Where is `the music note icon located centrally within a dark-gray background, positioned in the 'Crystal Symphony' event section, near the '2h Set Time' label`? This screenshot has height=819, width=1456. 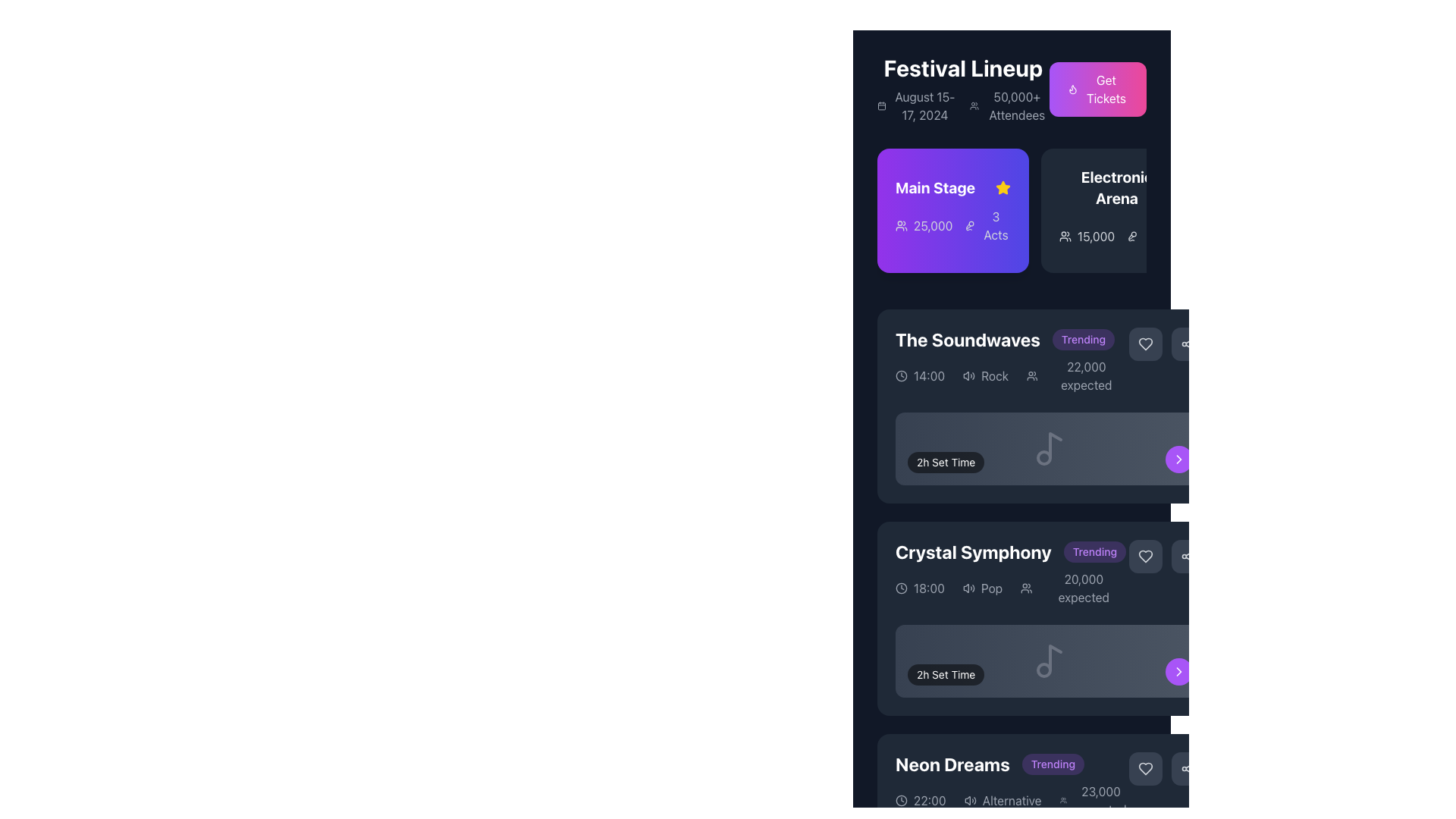 the music note icon located centrally within a dark-gray background, positioned in the 'Crystal Symphony' event section, near the '2h Set Time' label is located at coordinates (1049, 660).